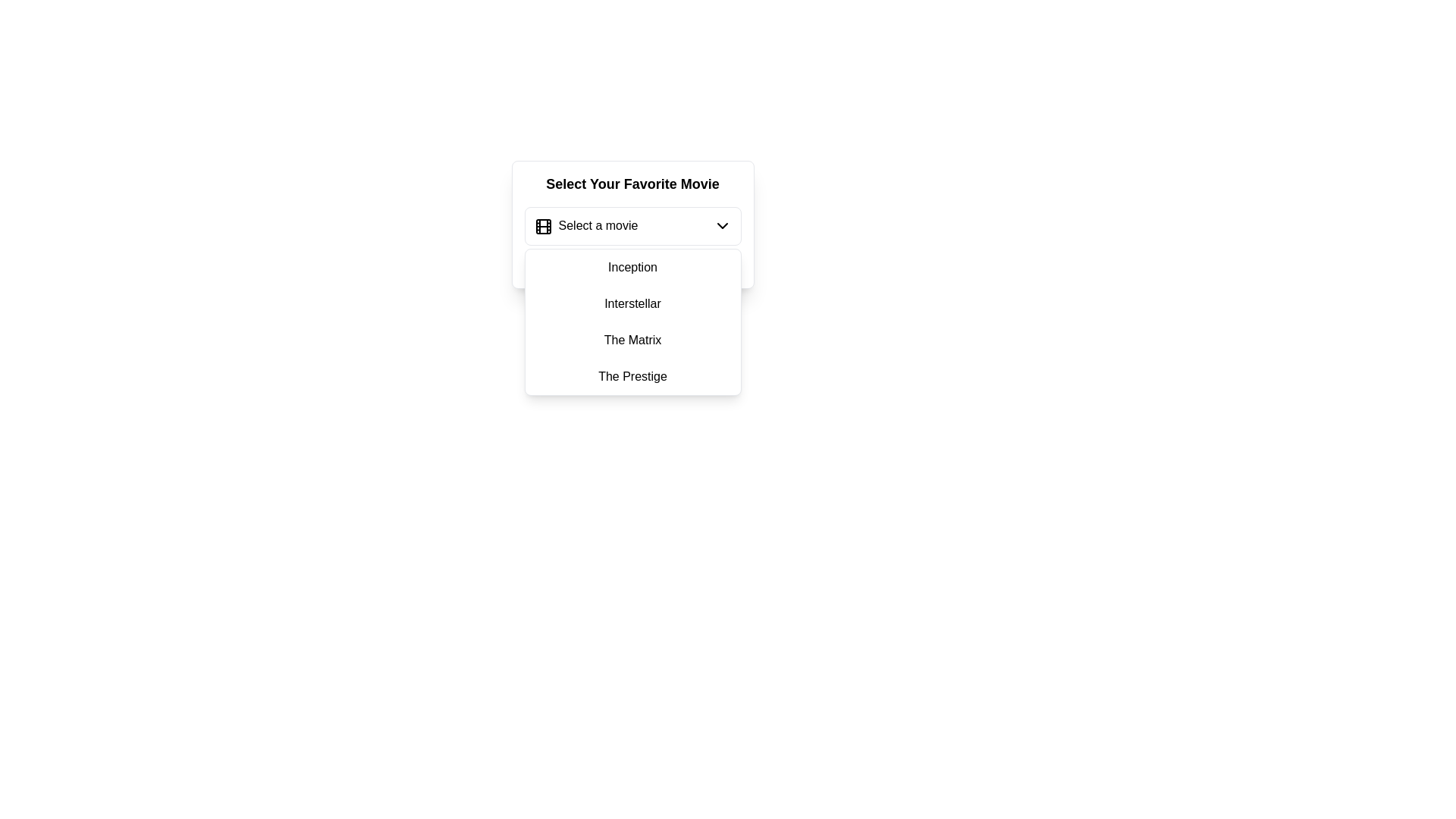  Describe the element at coordinates (632, 375) in the screenshot. I see `the 'The Prestige' text menu item in the drop-down list` at that location.